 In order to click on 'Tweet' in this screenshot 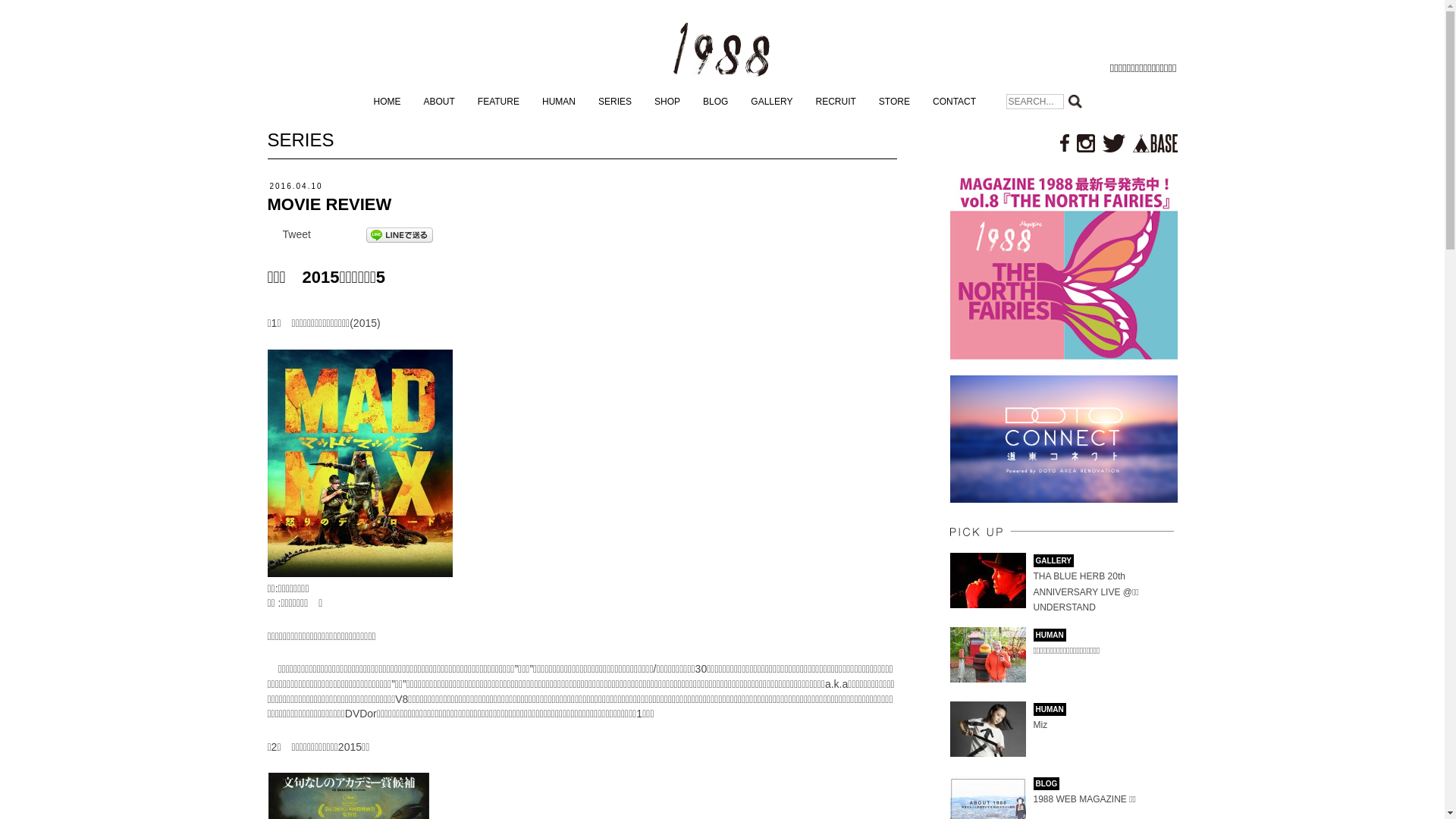, I will do `click(282, 234)`.